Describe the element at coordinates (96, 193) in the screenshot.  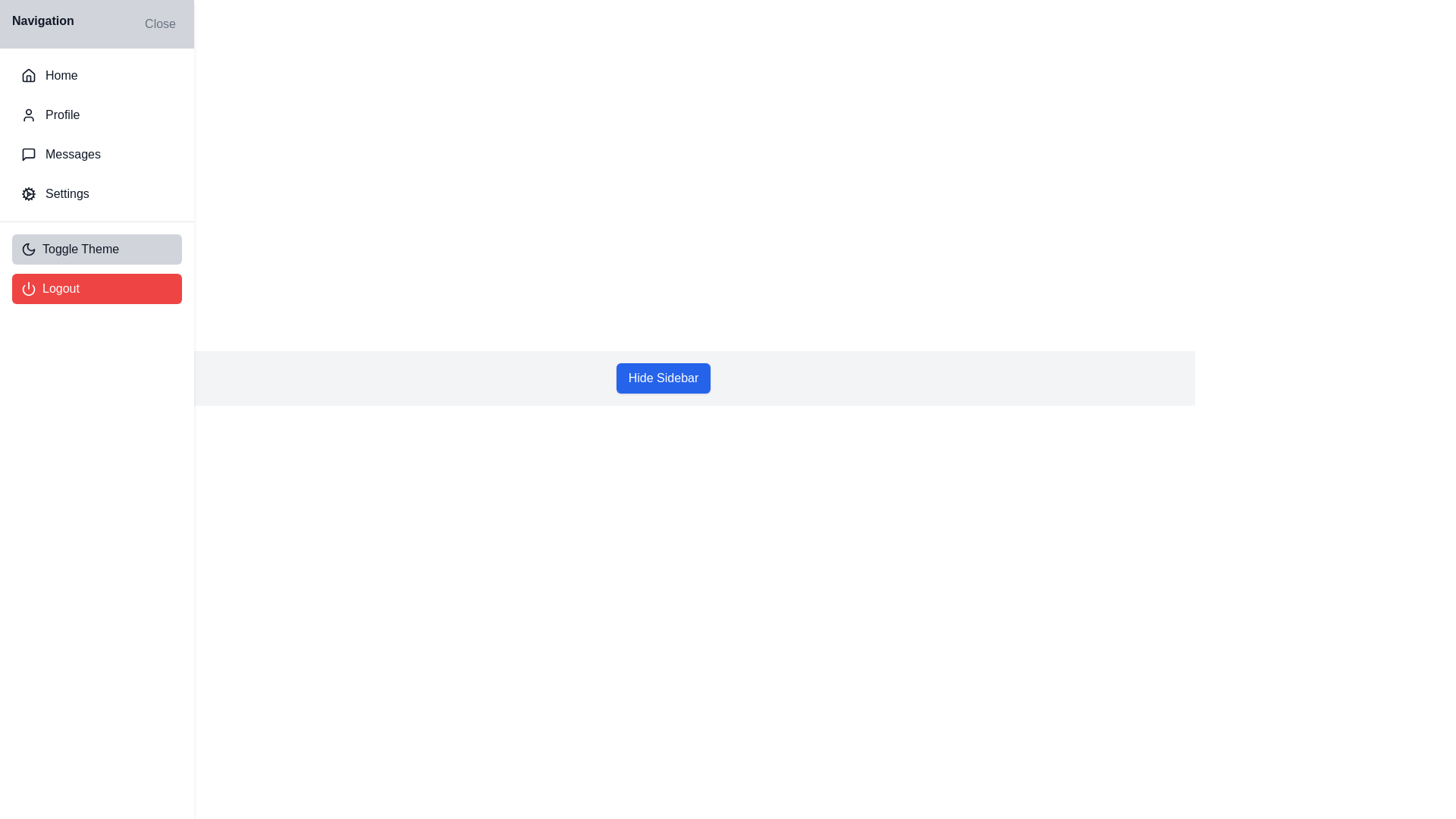
I see `the settings button in the vertical navigation sidebar, located below the 'Messages' item and above 'Toggle Theme'` at that location.